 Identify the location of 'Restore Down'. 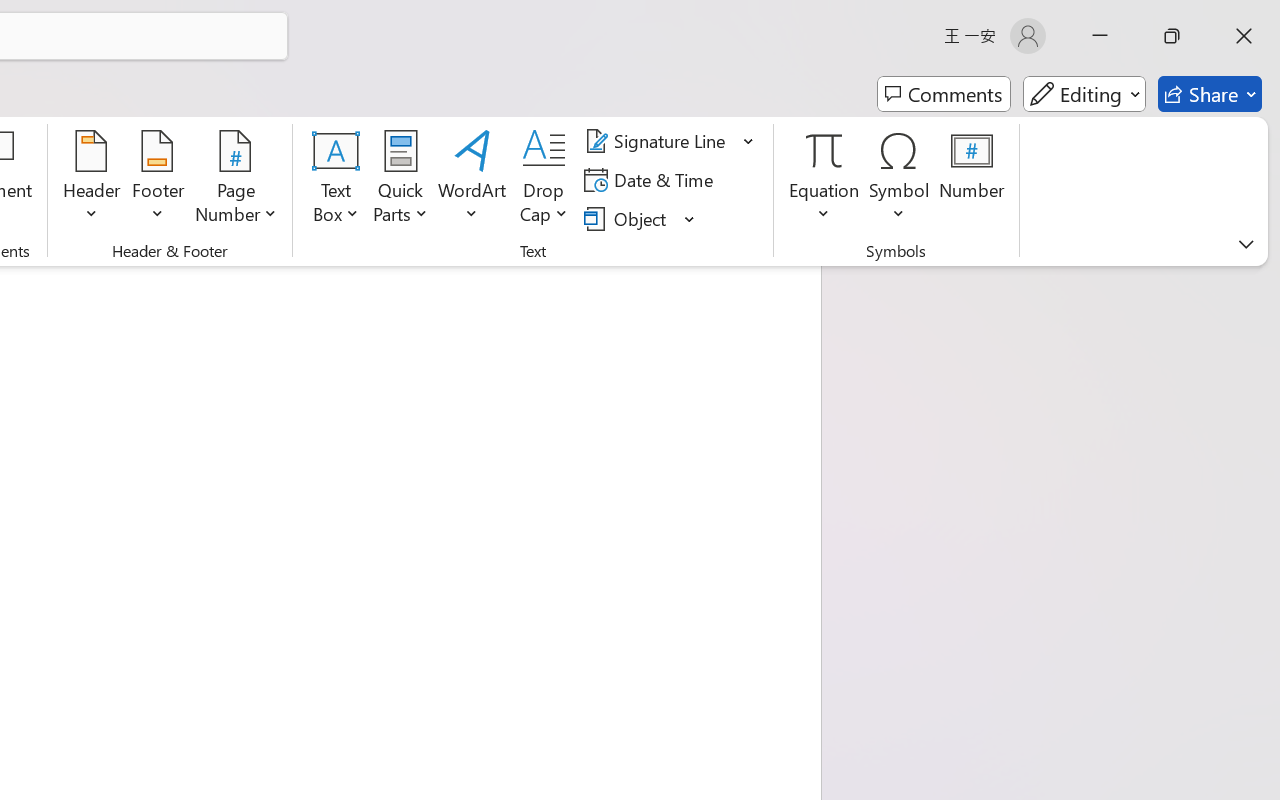
(1172, 35).